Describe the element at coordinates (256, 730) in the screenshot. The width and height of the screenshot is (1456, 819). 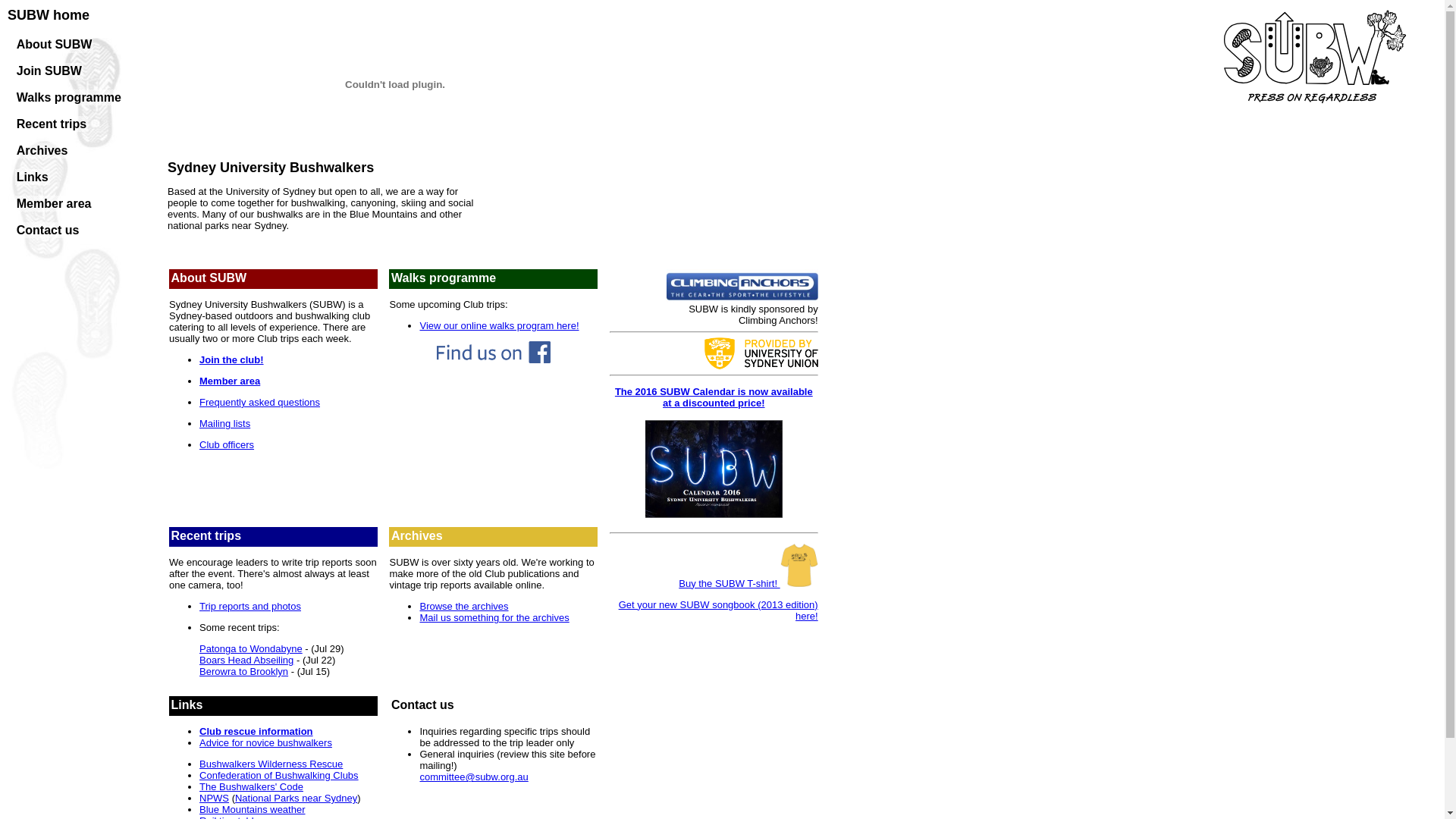
I see `'Club rescue information'` at that location.